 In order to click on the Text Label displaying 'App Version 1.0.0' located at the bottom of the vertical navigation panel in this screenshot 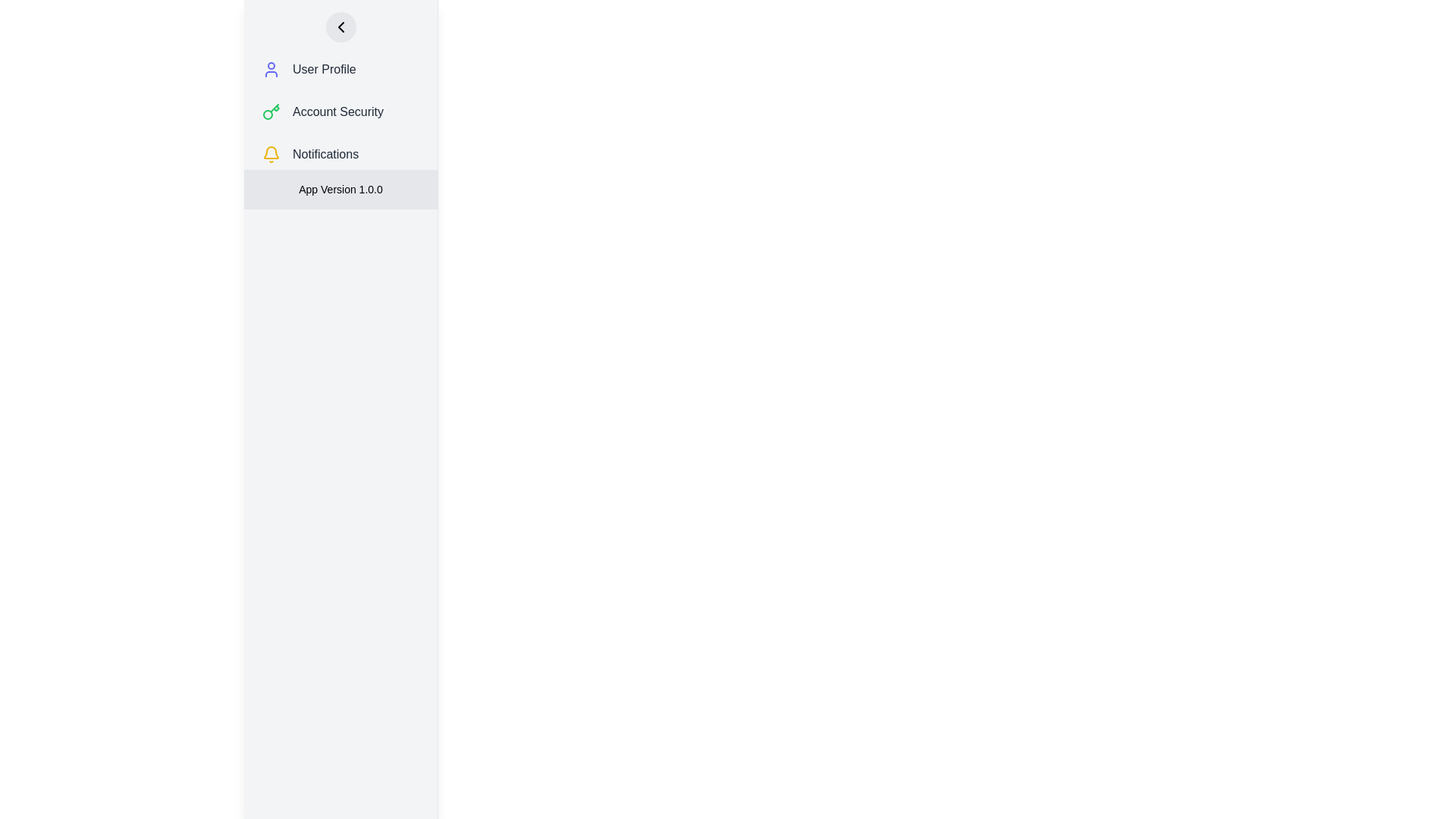, I will do `click(340, 189)`.